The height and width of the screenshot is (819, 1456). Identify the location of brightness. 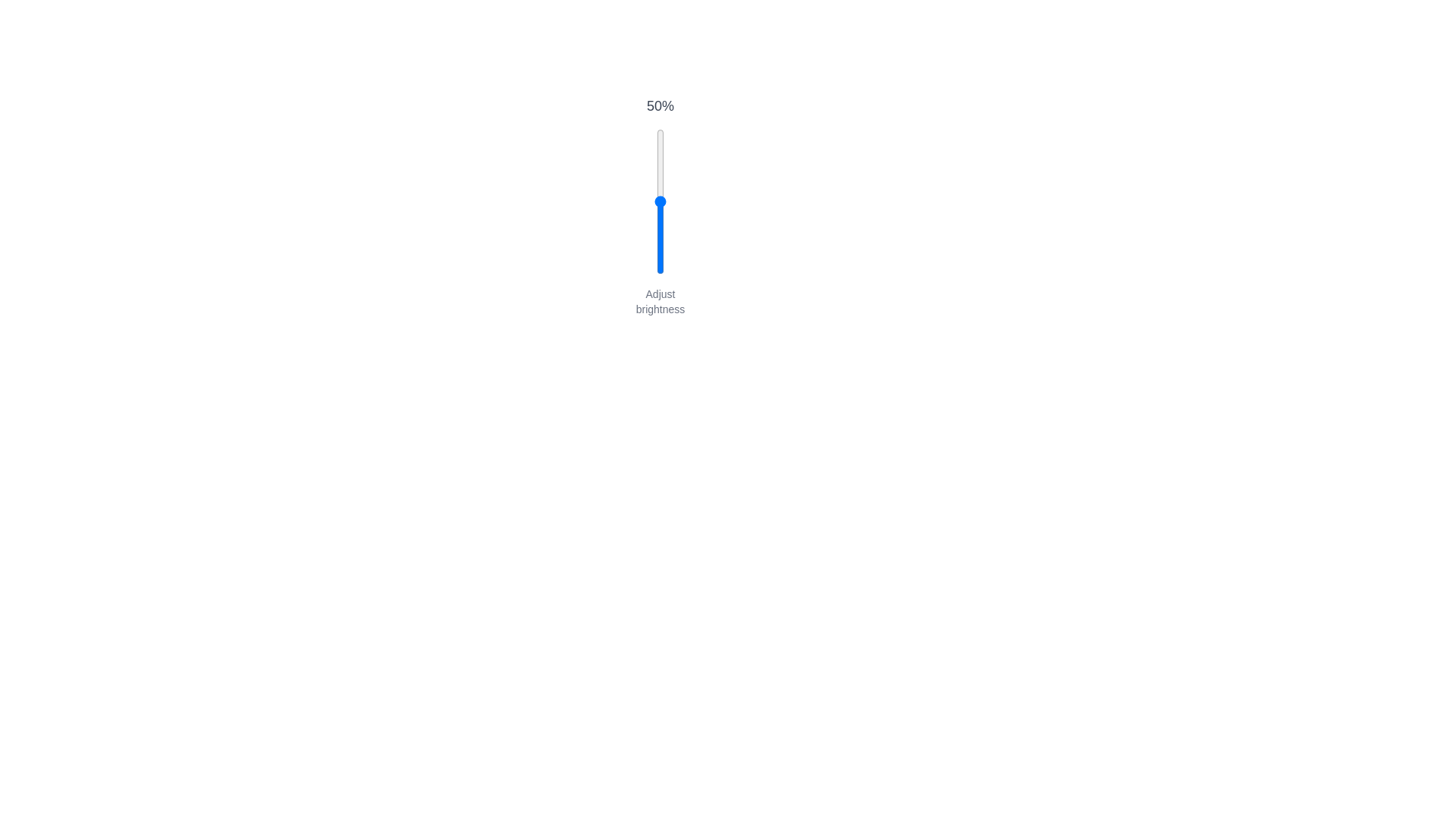
(660, 196).